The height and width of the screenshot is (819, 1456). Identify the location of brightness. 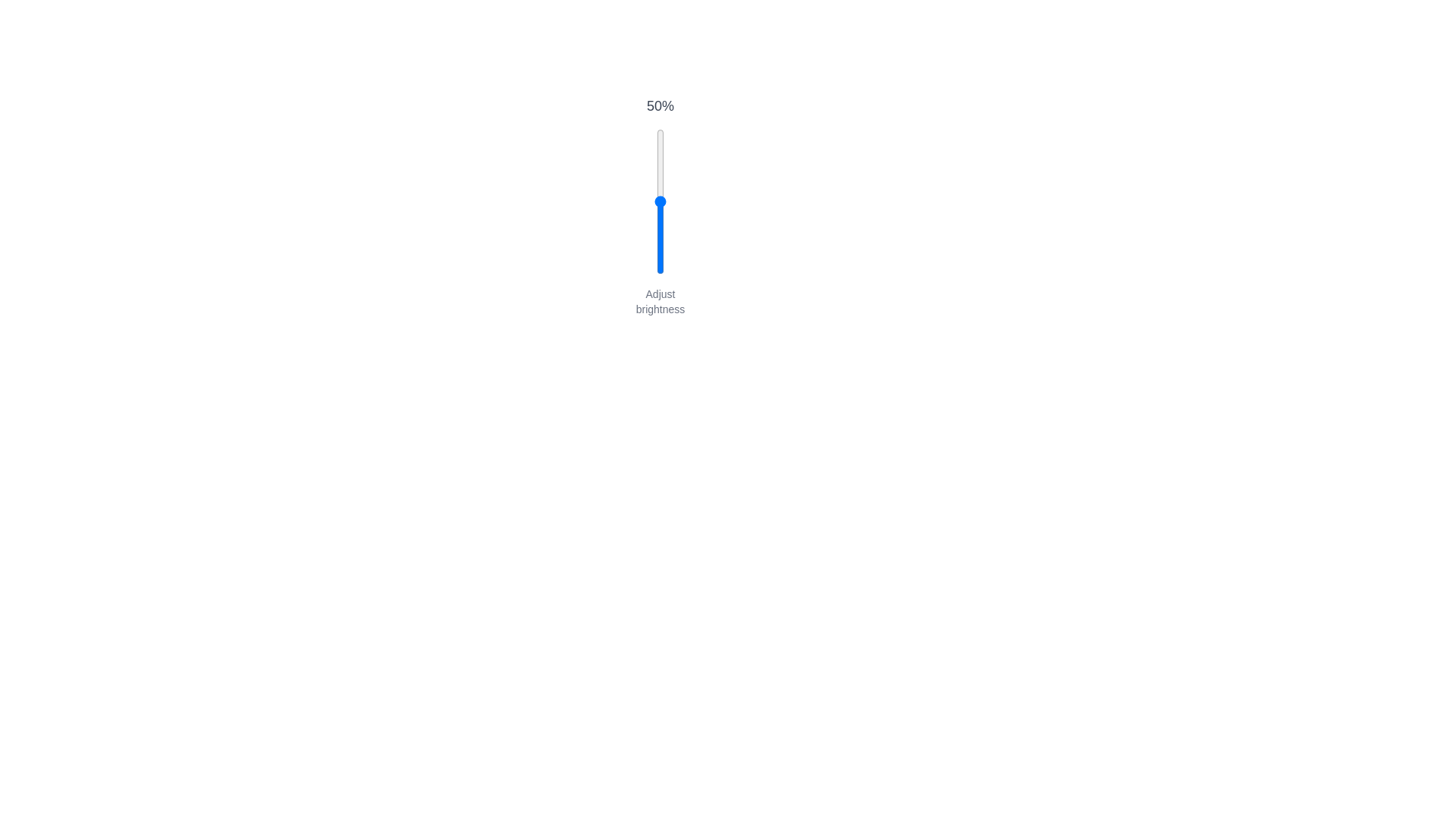
(660, 196).